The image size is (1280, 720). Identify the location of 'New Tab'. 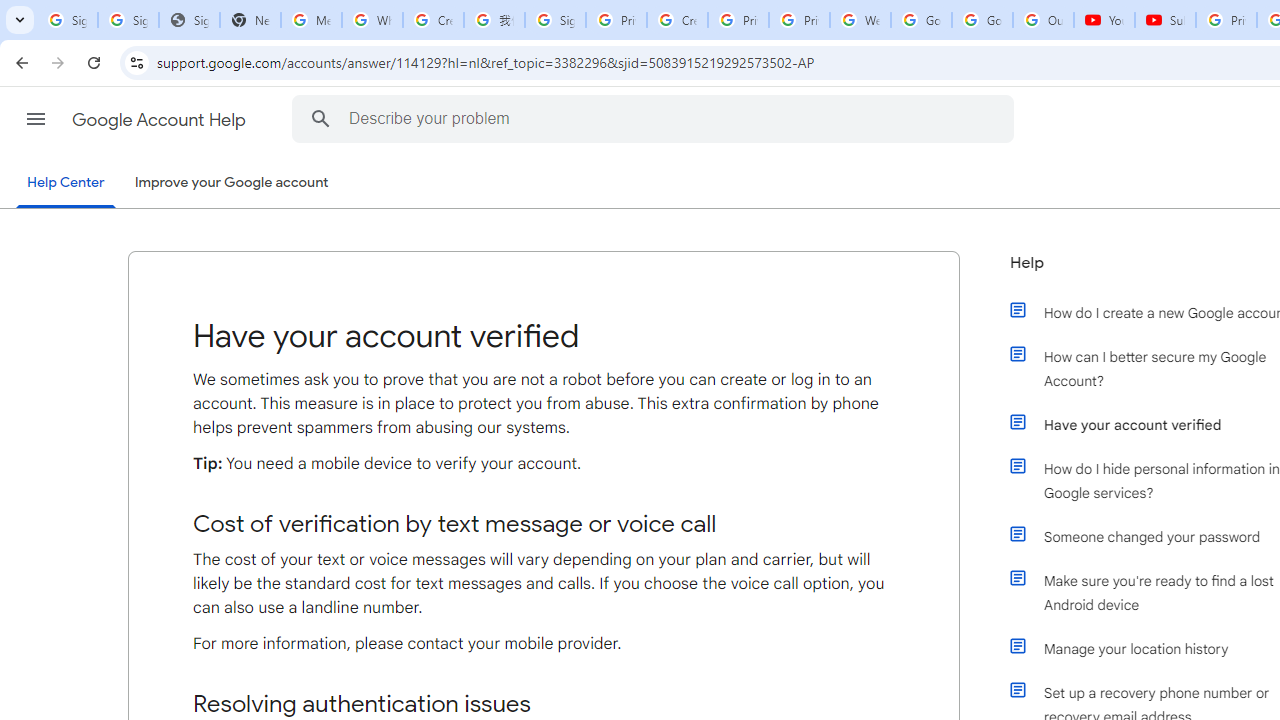
(249, 20).